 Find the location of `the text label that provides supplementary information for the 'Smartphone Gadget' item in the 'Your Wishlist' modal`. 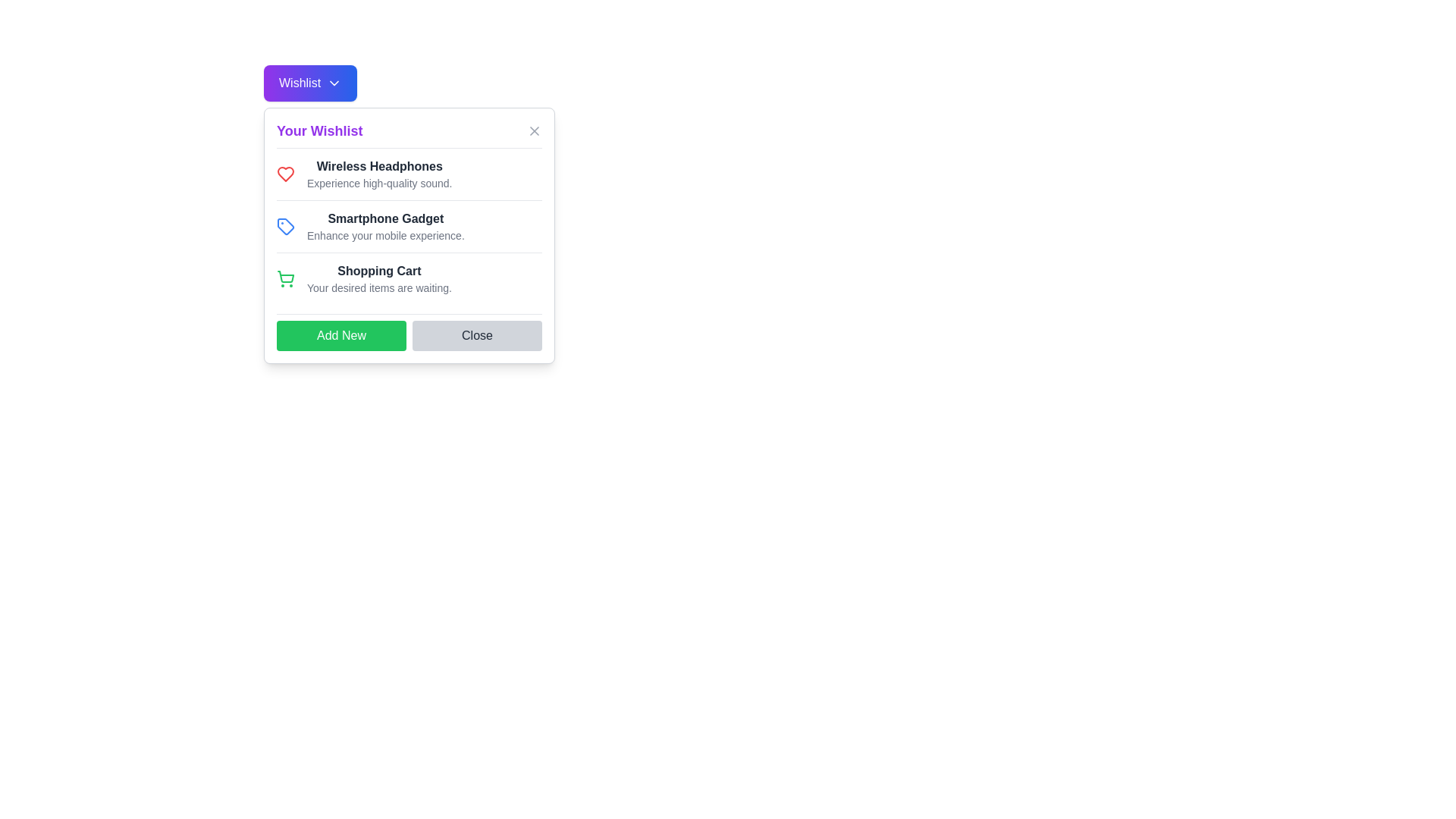

the text label that provides supplementary information for the 'Smartphone Gadget' item in the 'Your Wishlist' modal is located at coordinates (385, 236).